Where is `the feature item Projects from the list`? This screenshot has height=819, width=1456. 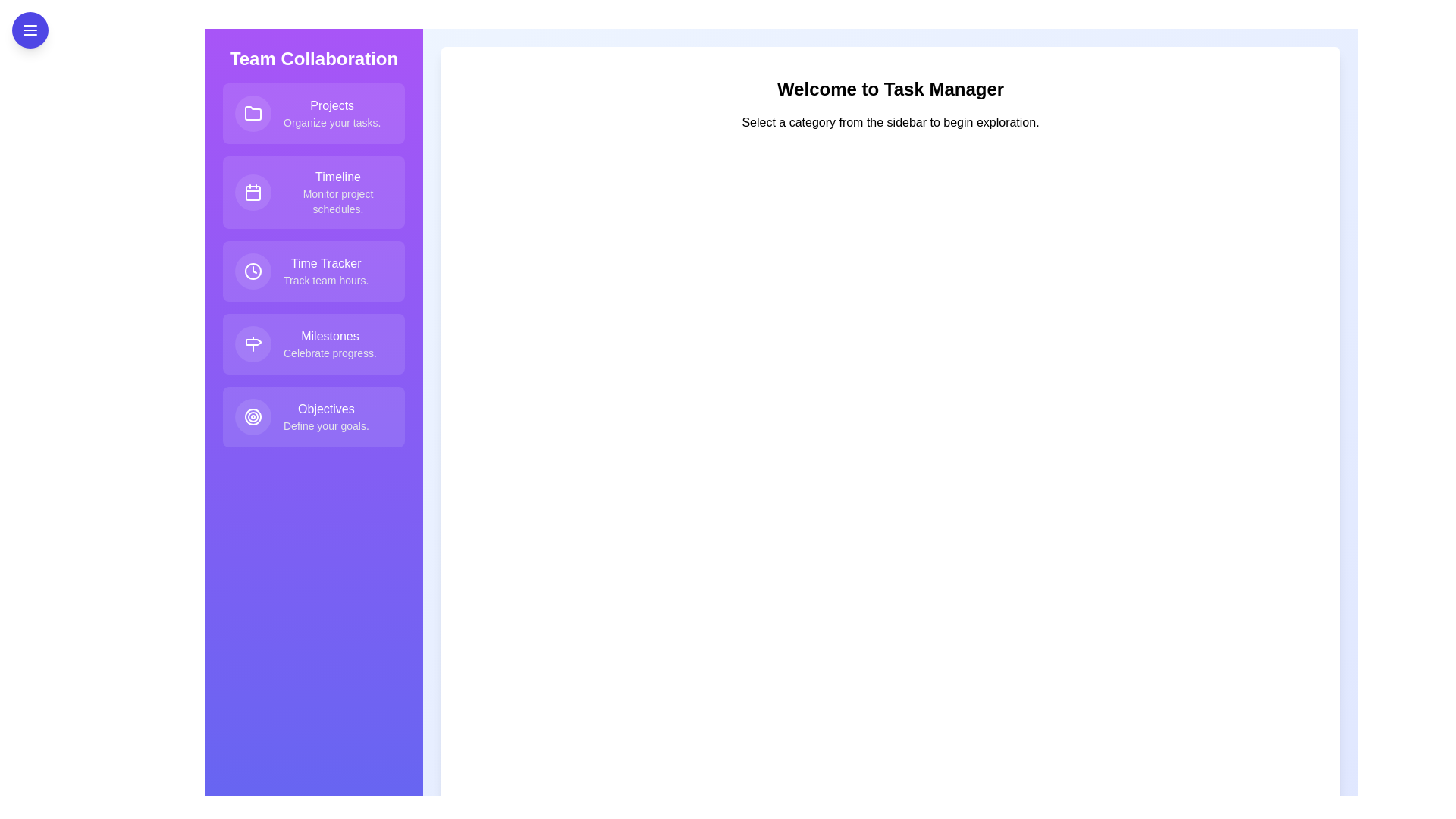
the feature item Projects from the list is located at coordinates (312, 113).